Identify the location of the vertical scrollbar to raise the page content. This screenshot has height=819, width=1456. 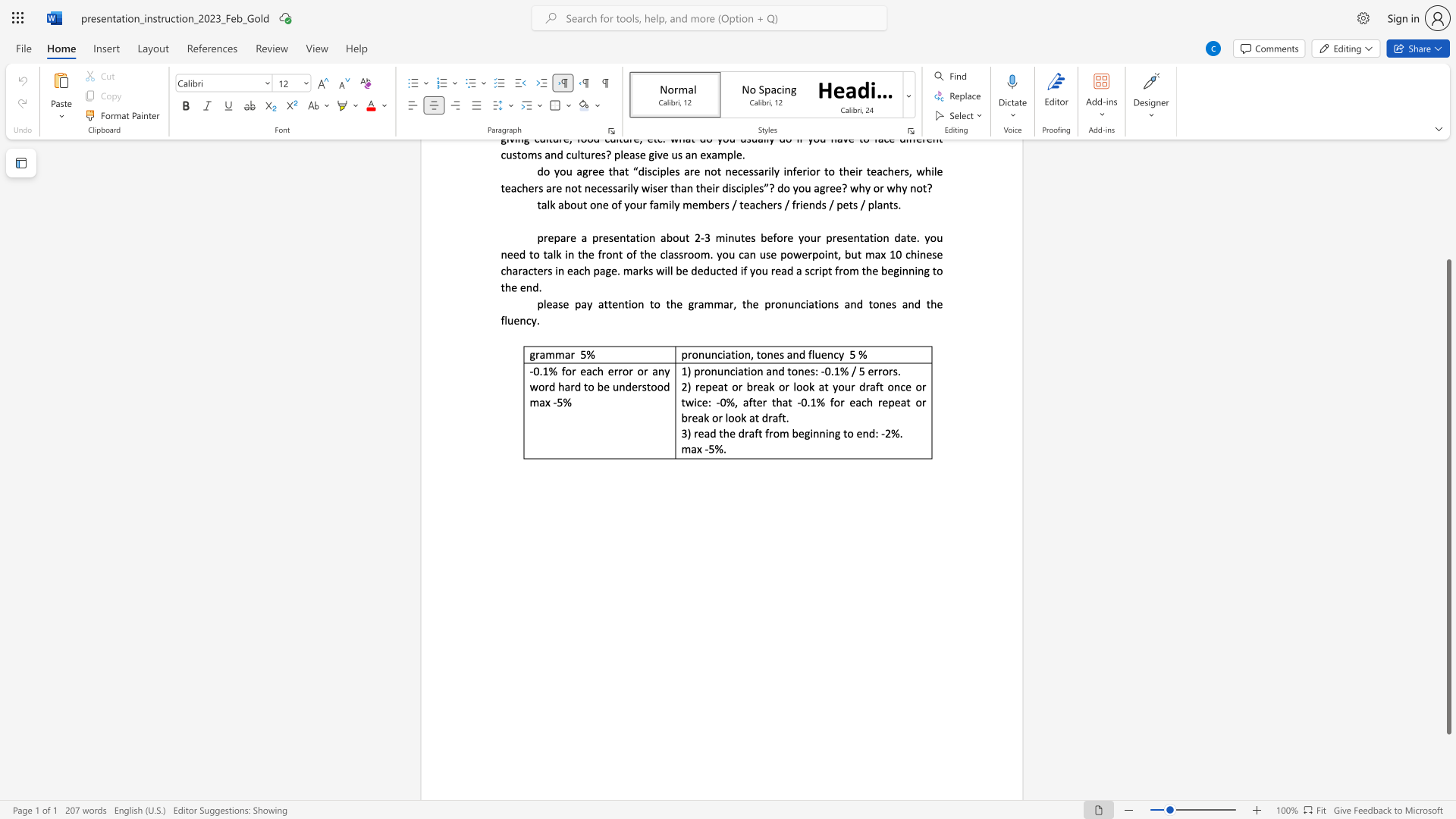
(1448, 205).